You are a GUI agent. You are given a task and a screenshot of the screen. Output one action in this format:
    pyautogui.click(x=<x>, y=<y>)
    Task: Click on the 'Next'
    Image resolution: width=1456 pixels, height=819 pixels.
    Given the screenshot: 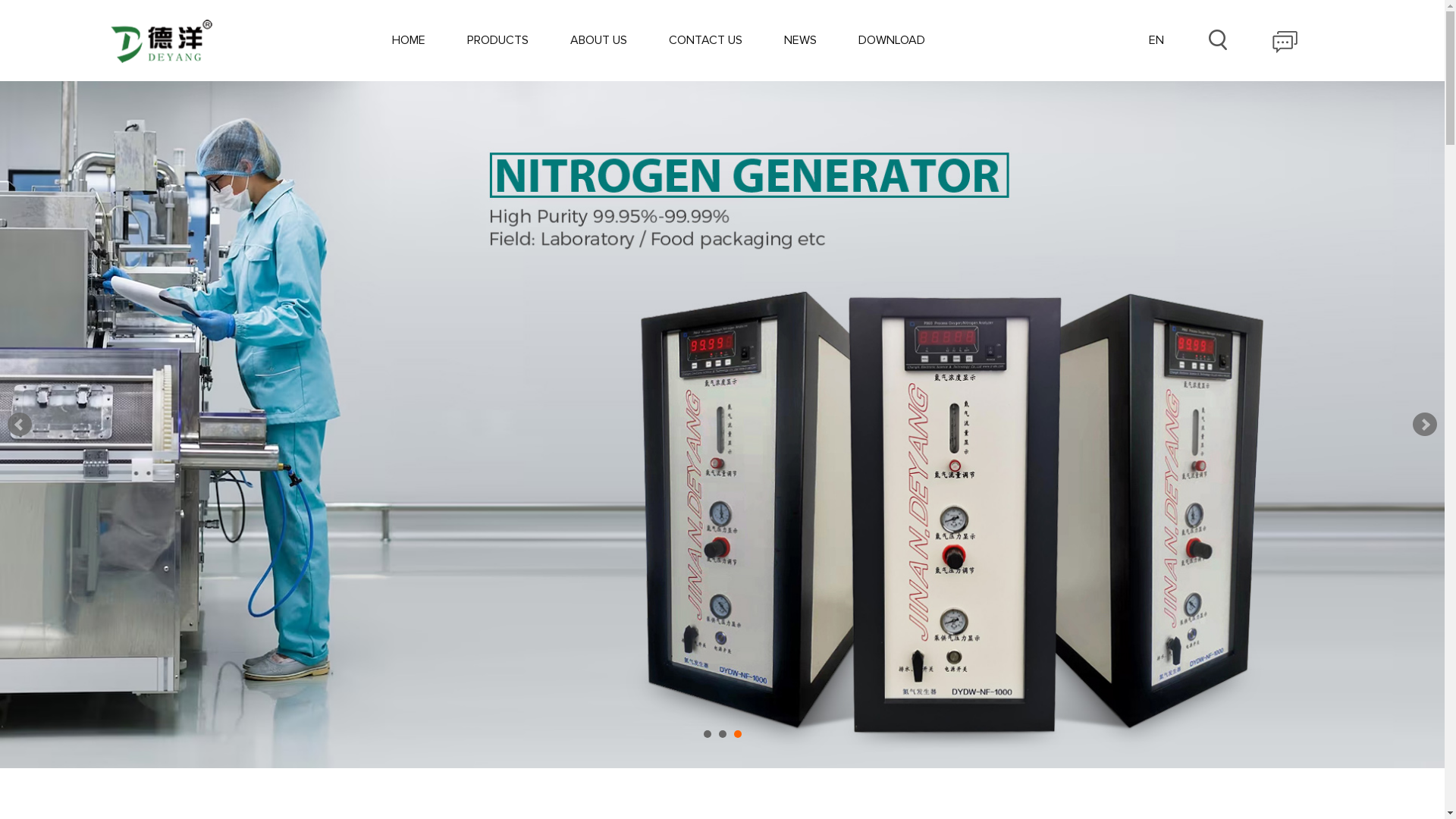 What is the action you would take?
    pyautogui.click(x=1423, y=424)
    